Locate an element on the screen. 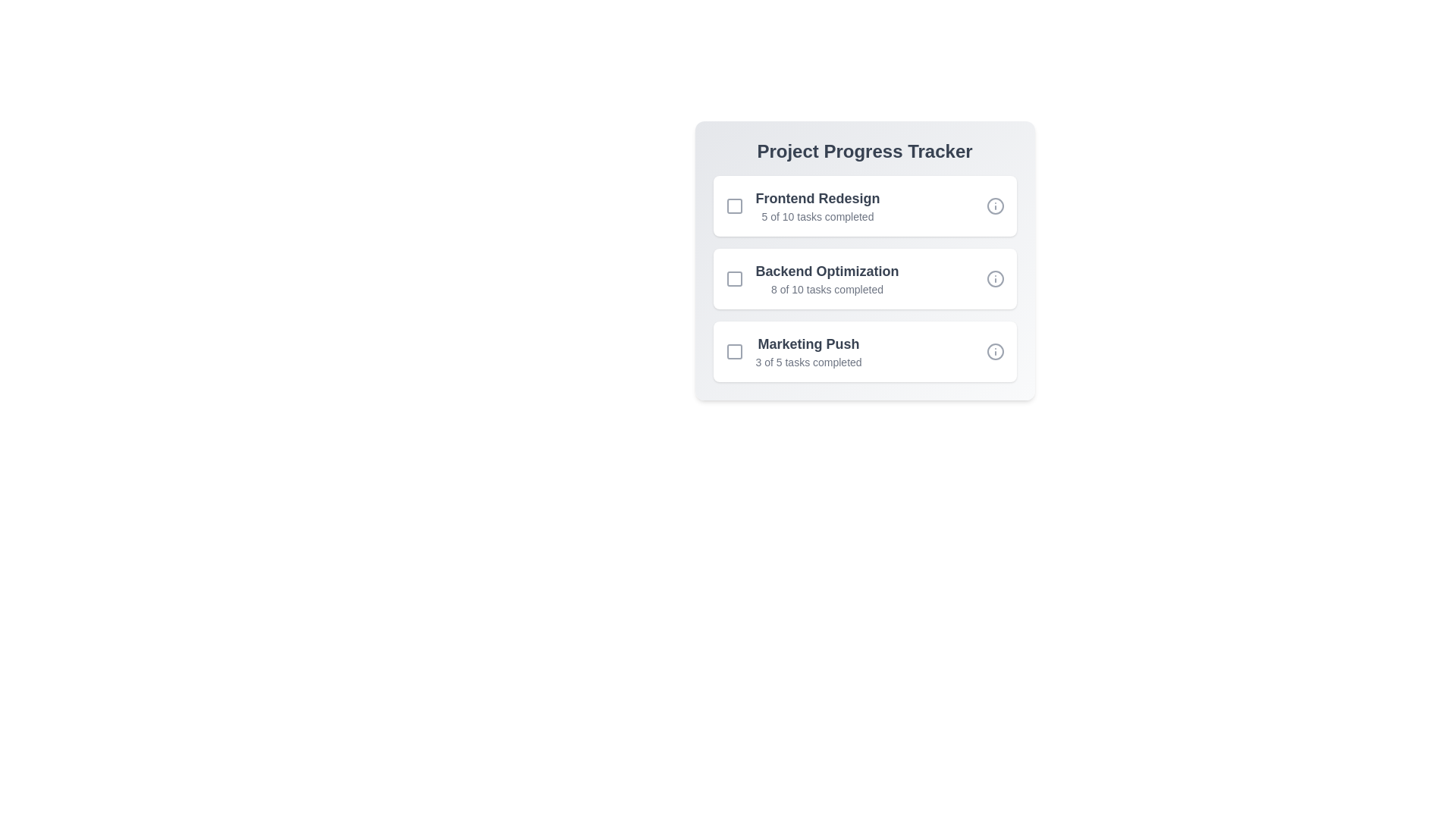 This screenshot has width=1456, height=819. the checkbox corresponding to Frontend Redesign to mark it as selected or completed is located at coordinates (734, 206).